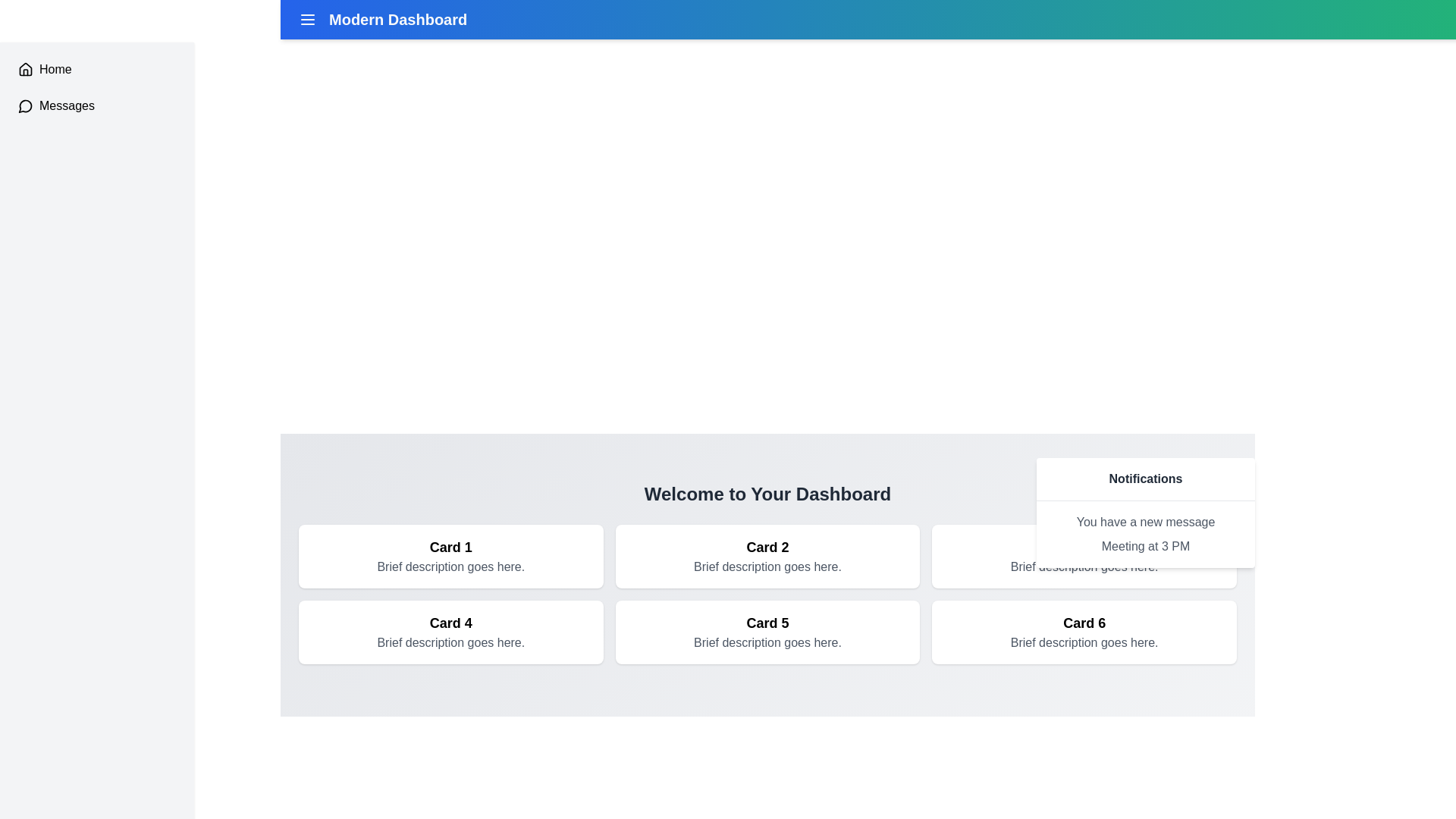  I want to click on the text label that serves as the title for the card component labeled 'Card 4' located in the lower-left quadrant of the grid layout under 'Welcome to Your Dashboard.', so click(450, 623).